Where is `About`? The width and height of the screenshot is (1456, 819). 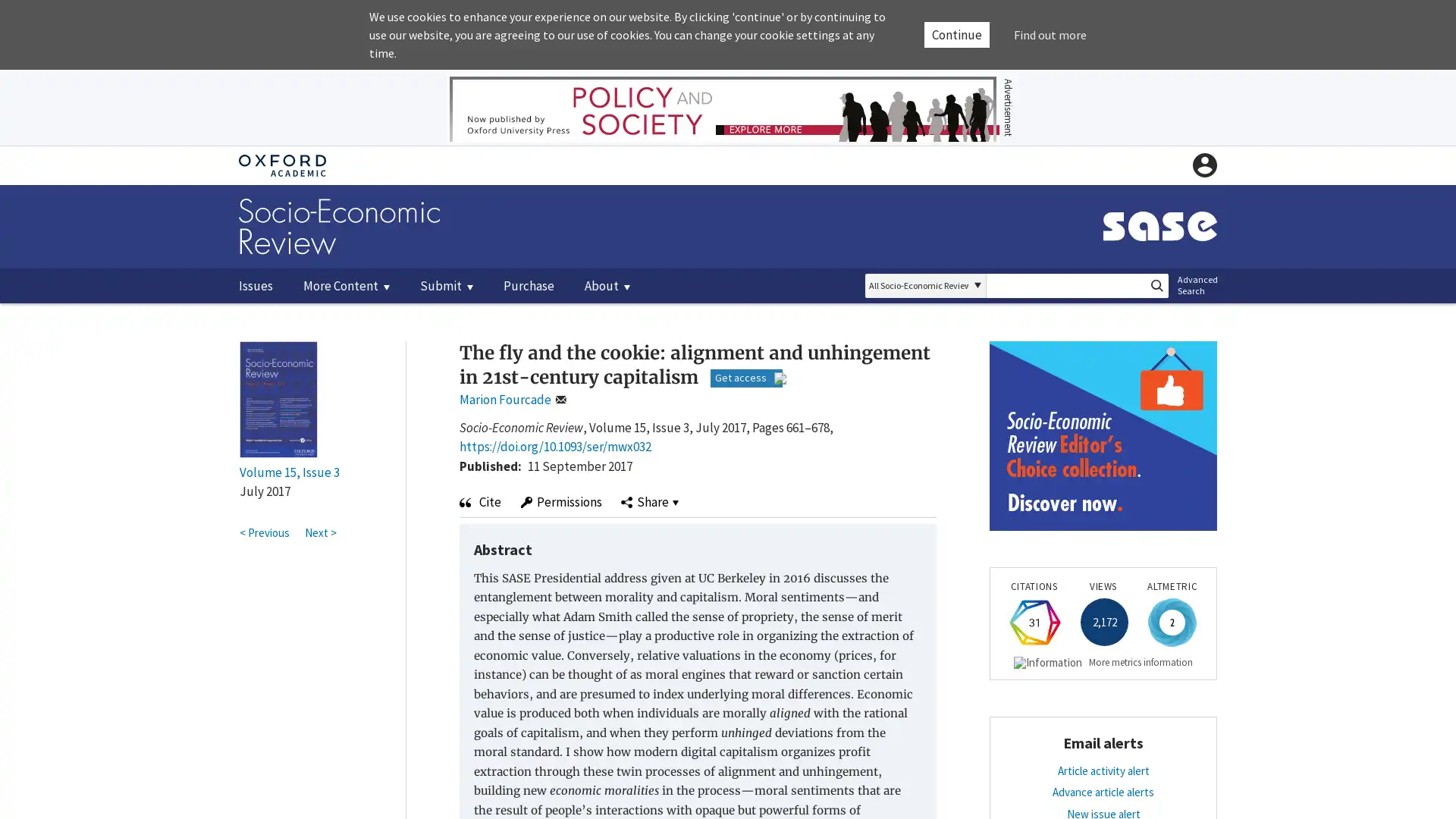
About is located at coordinates (607, 284).